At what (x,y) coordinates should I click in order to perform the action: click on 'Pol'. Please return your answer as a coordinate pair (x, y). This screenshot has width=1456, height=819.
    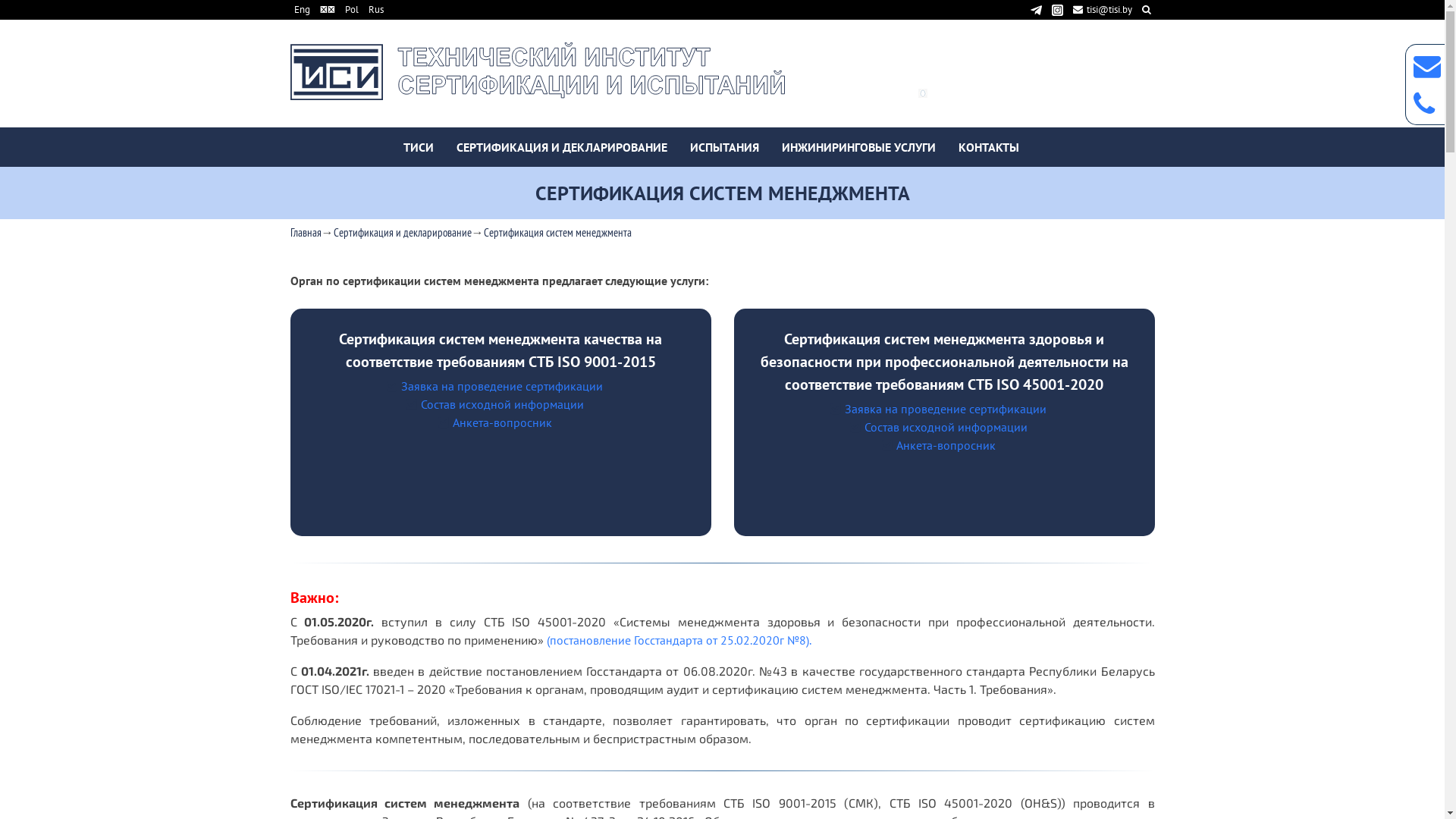
    Looking at the image, I should click on (350, 9).